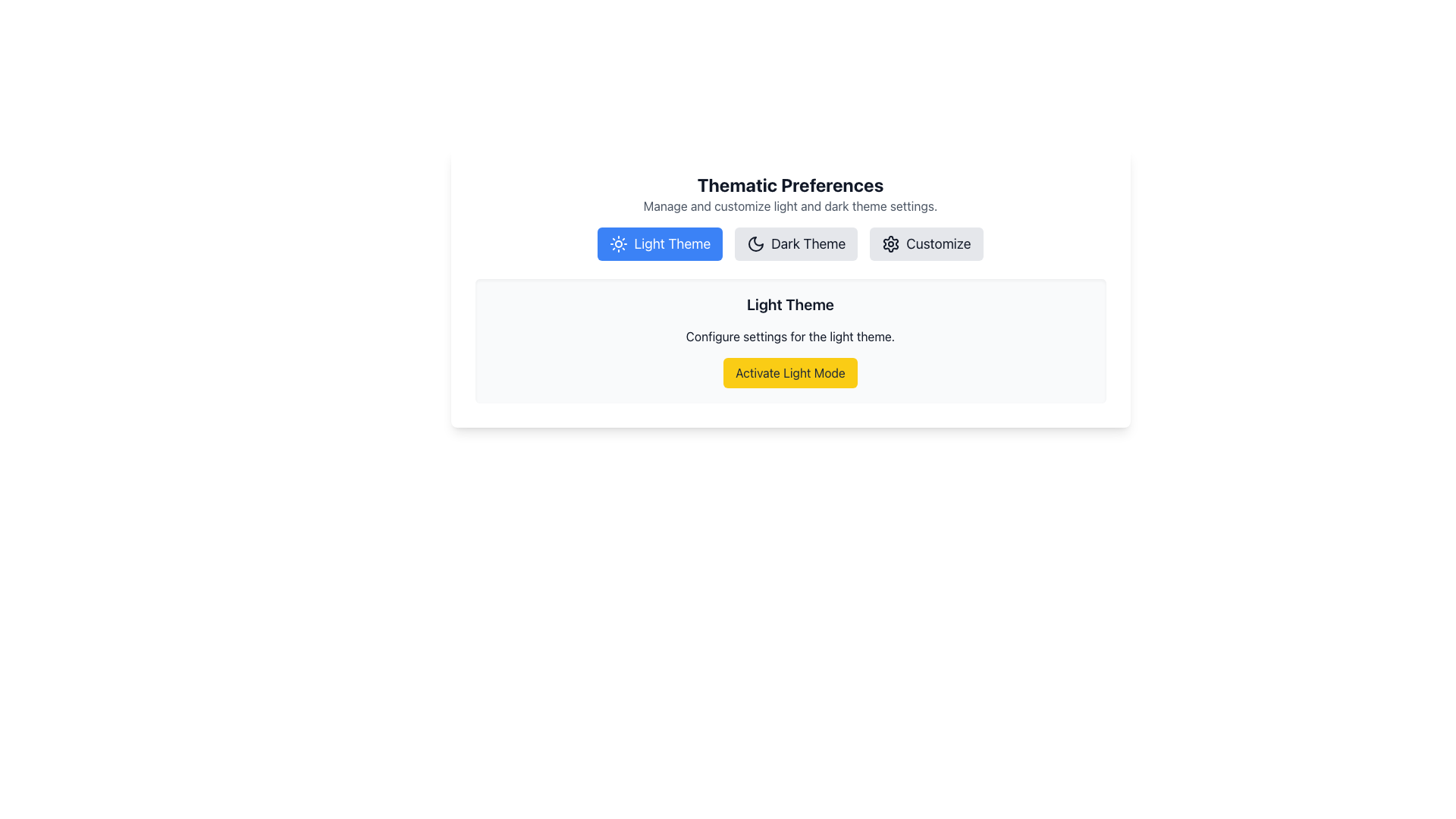 This screenshot has height=819, width=1456. What do you see at coordinates (789, 206) in the screenshot?
I see `the Text Label that provides instructions about thematic preferences for light and dark modes, located beneath the header 'Thematic Preferences'` at bounding box center [789, 206].